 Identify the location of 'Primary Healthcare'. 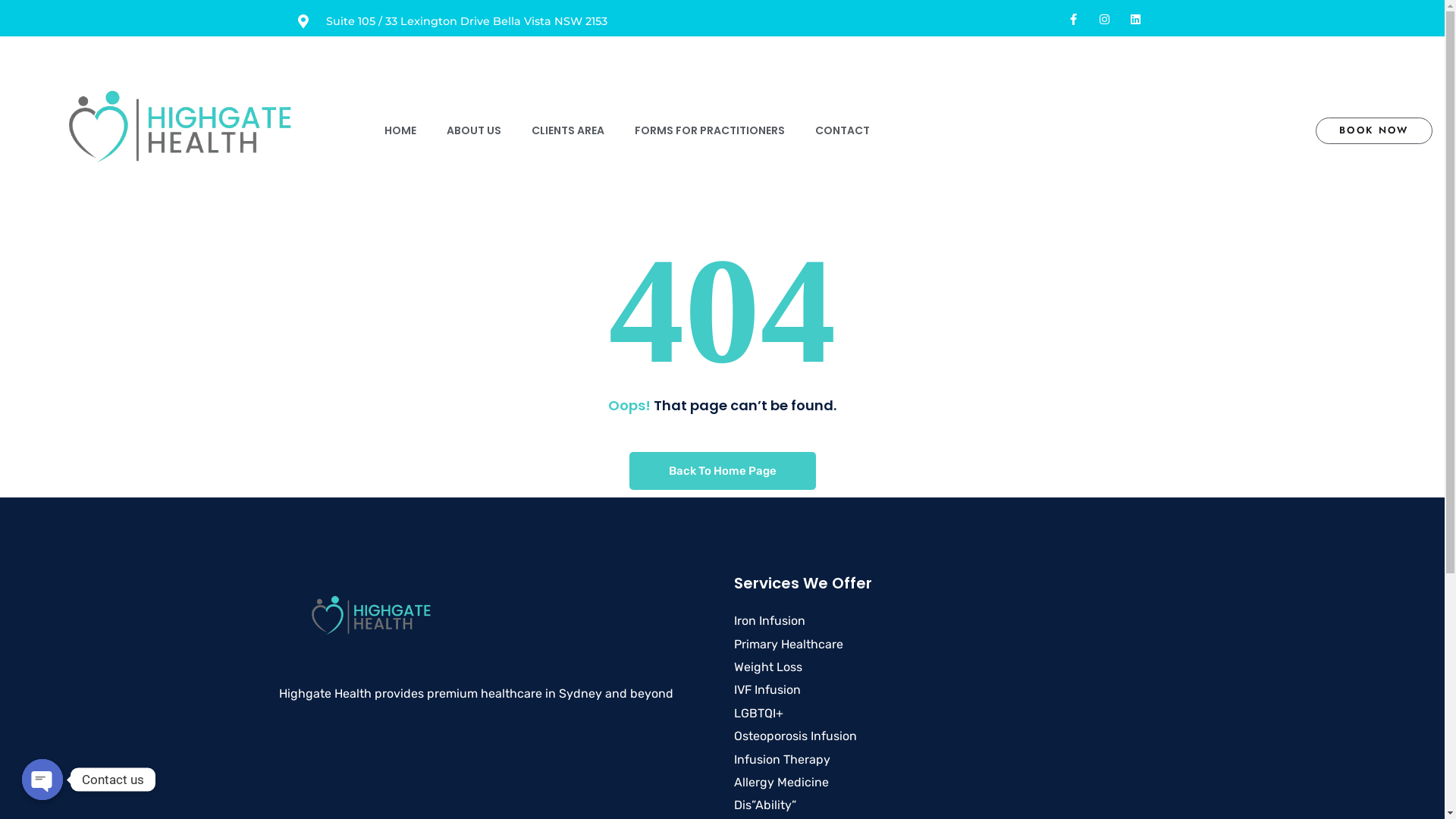
(789, 644).